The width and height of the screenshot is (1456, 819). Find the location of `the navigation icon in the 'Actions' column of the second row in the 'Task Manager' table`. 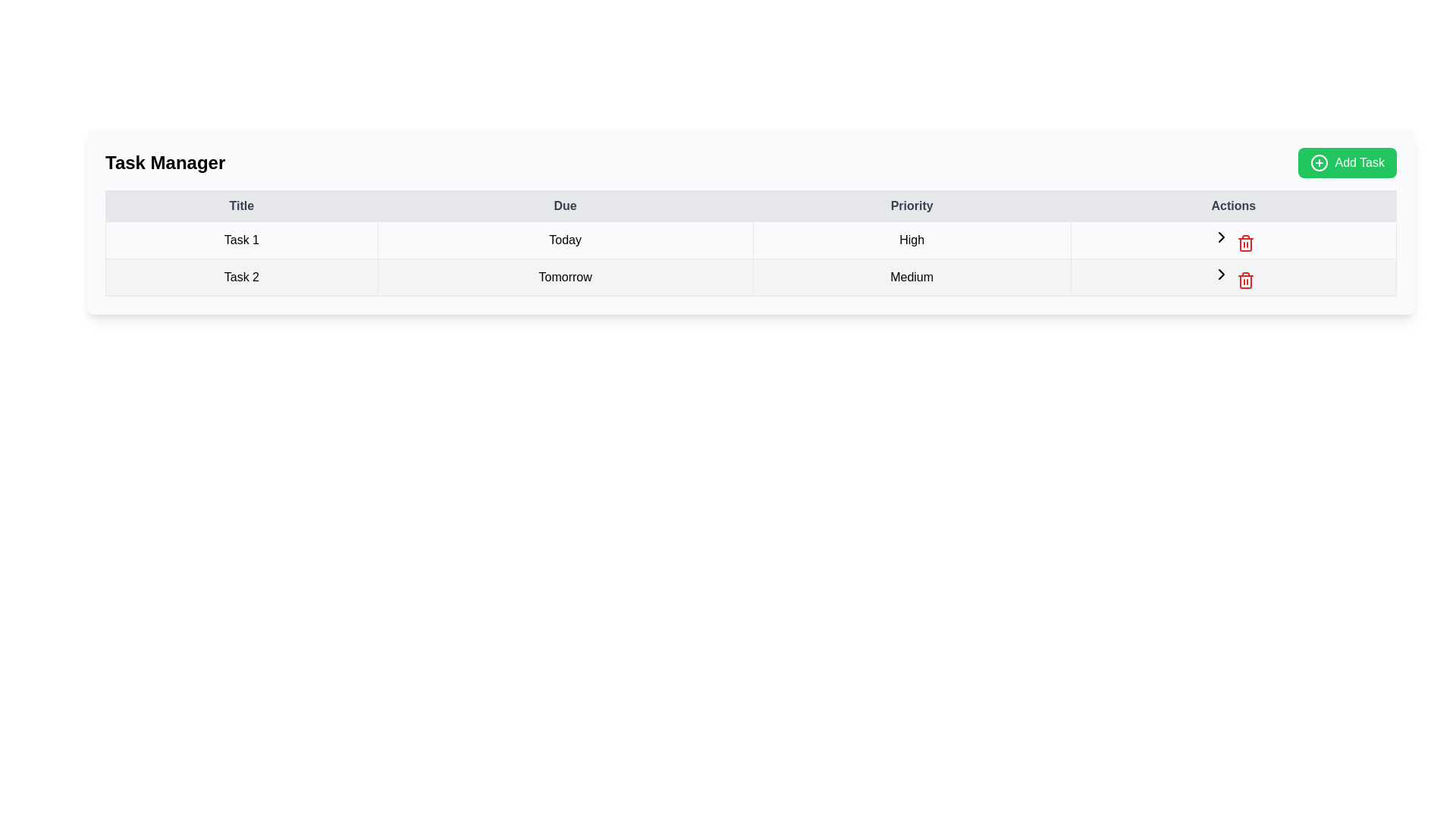

the navigation icon in the 'Actions' column of the second row in the 'Task Manager' table is located at coordinates (1221, 274).